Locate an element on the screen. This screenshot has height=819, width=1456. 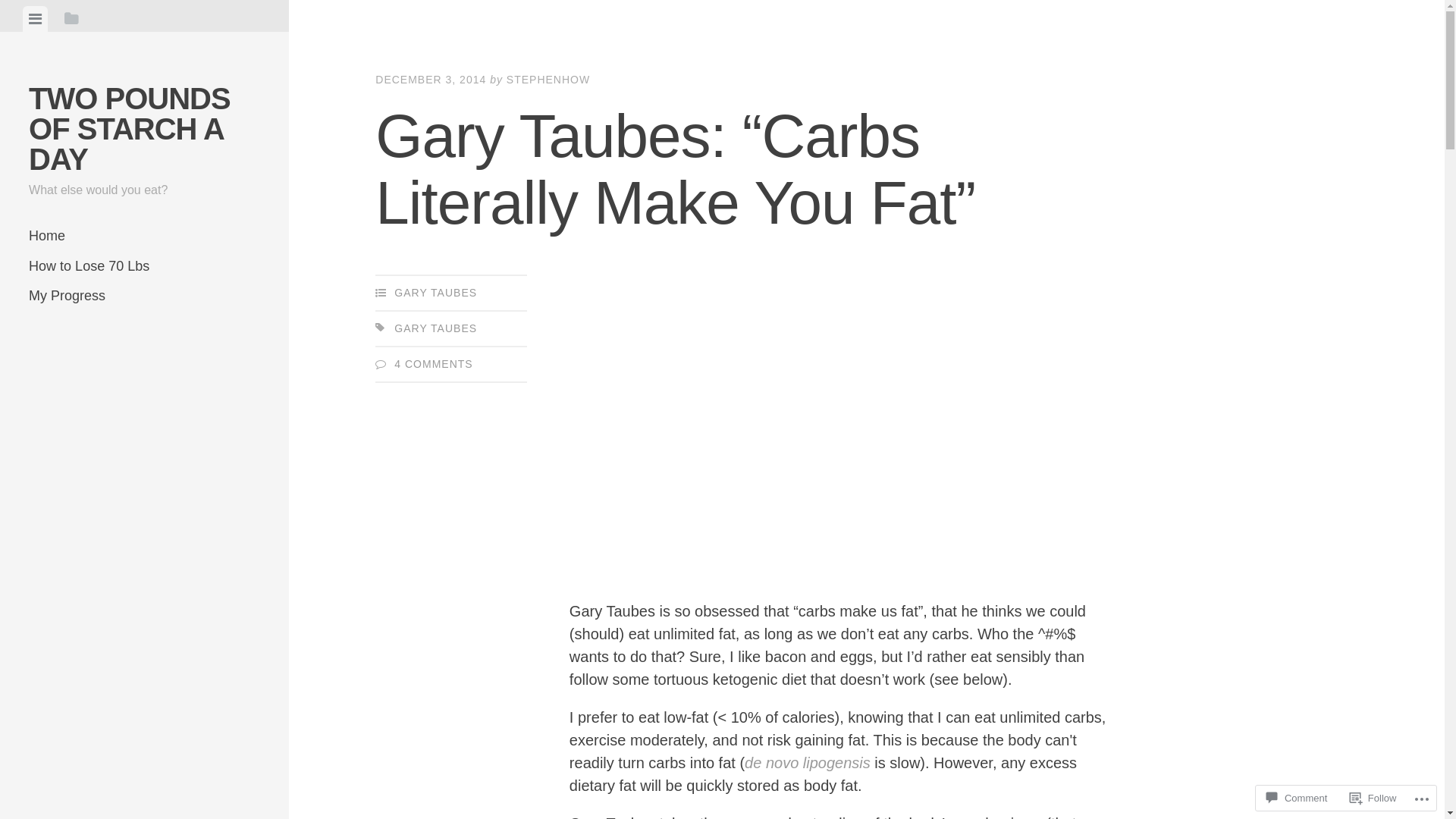
'4 COMMENTS' is located at coordinates (432, 363).